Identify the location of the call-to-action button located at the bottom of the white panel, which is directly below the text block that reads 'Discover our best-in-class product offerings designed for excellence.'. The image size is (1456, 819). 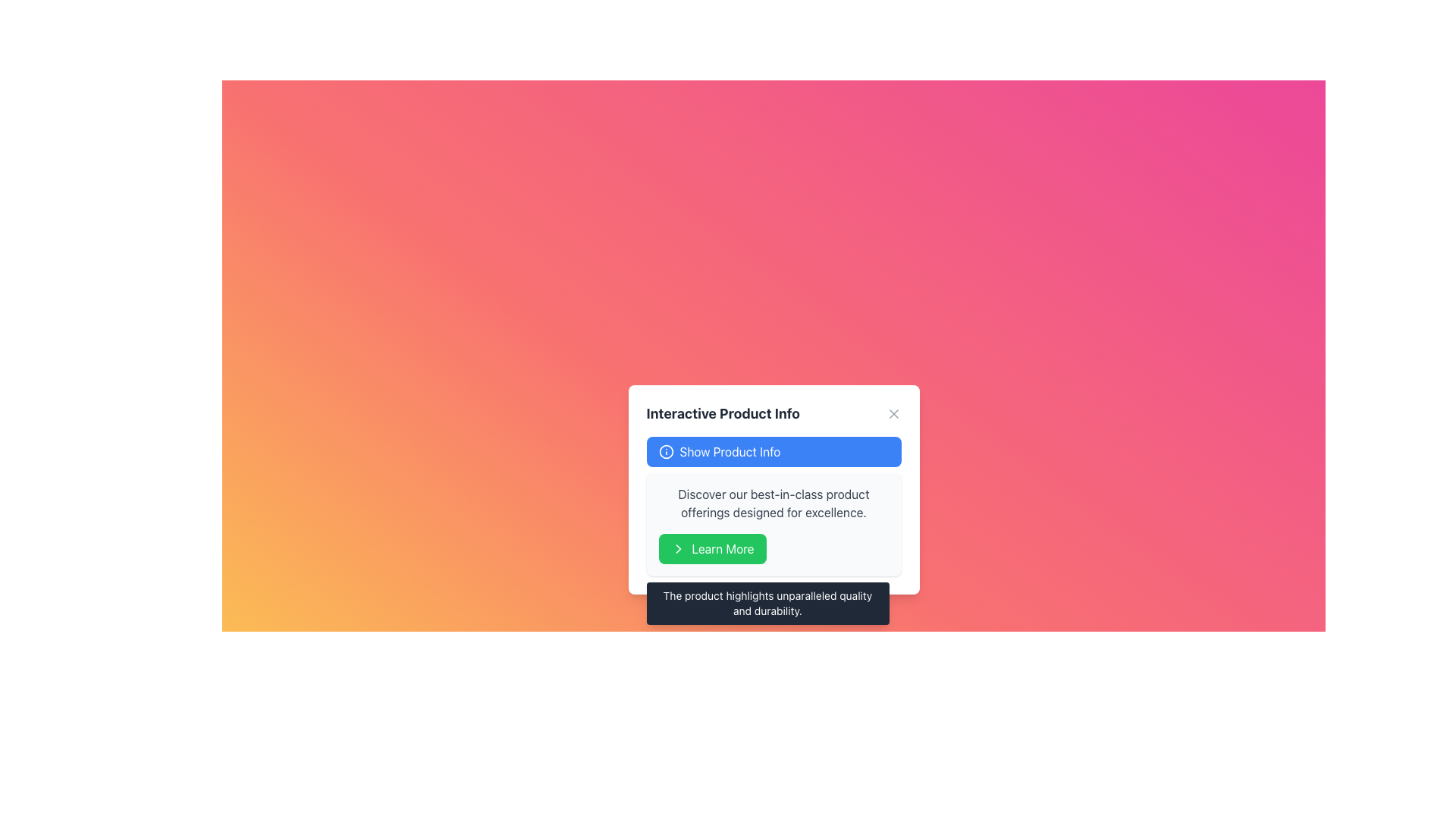
(711, 549).